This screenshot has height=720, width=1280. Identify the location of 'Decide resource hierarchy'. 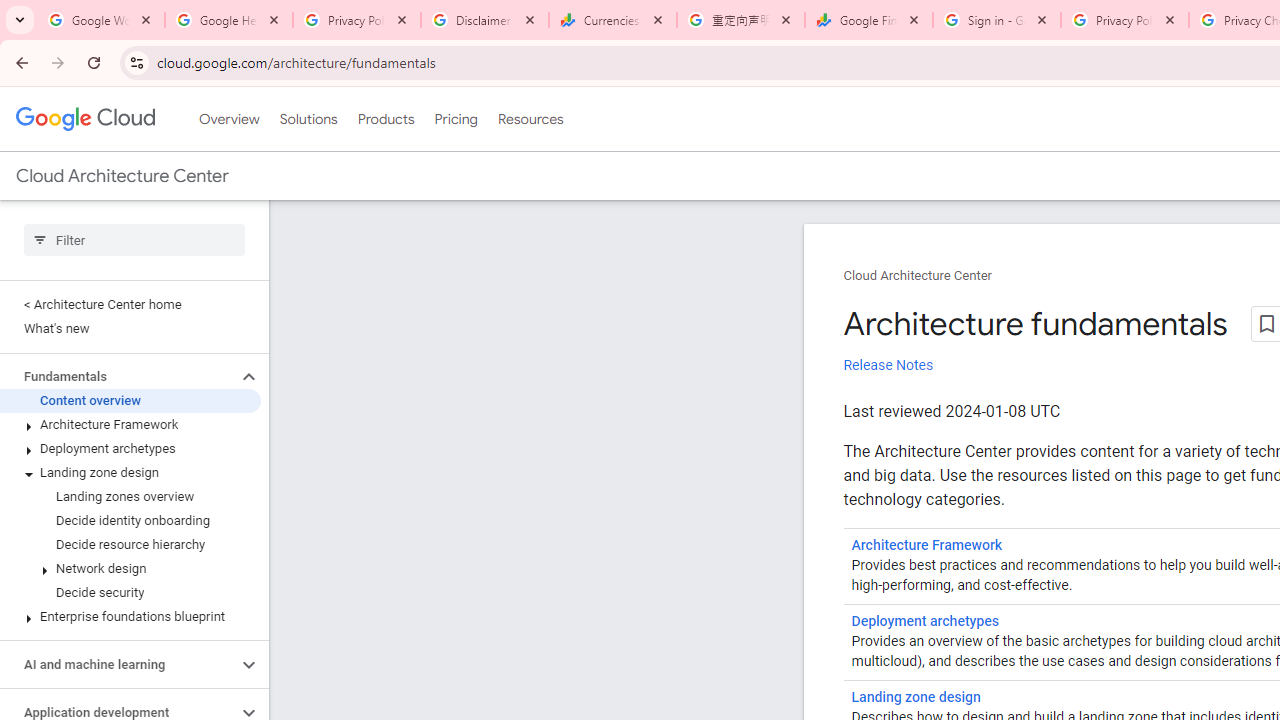
(129, 545).